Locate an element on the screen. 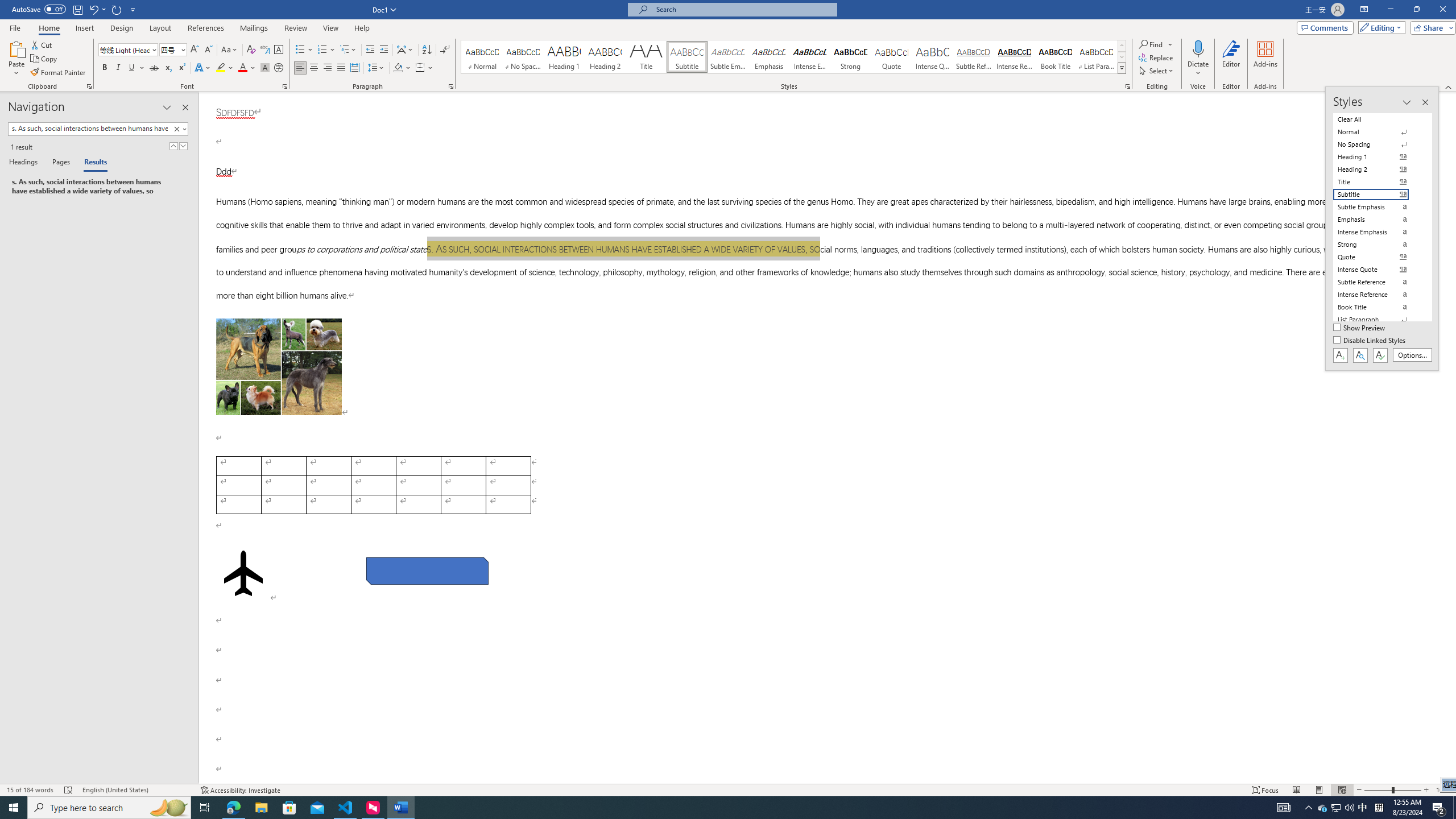 The width and height of the screenshot is (1456, 819). 'Task Pane Options' is located at coordinates (167, 107).